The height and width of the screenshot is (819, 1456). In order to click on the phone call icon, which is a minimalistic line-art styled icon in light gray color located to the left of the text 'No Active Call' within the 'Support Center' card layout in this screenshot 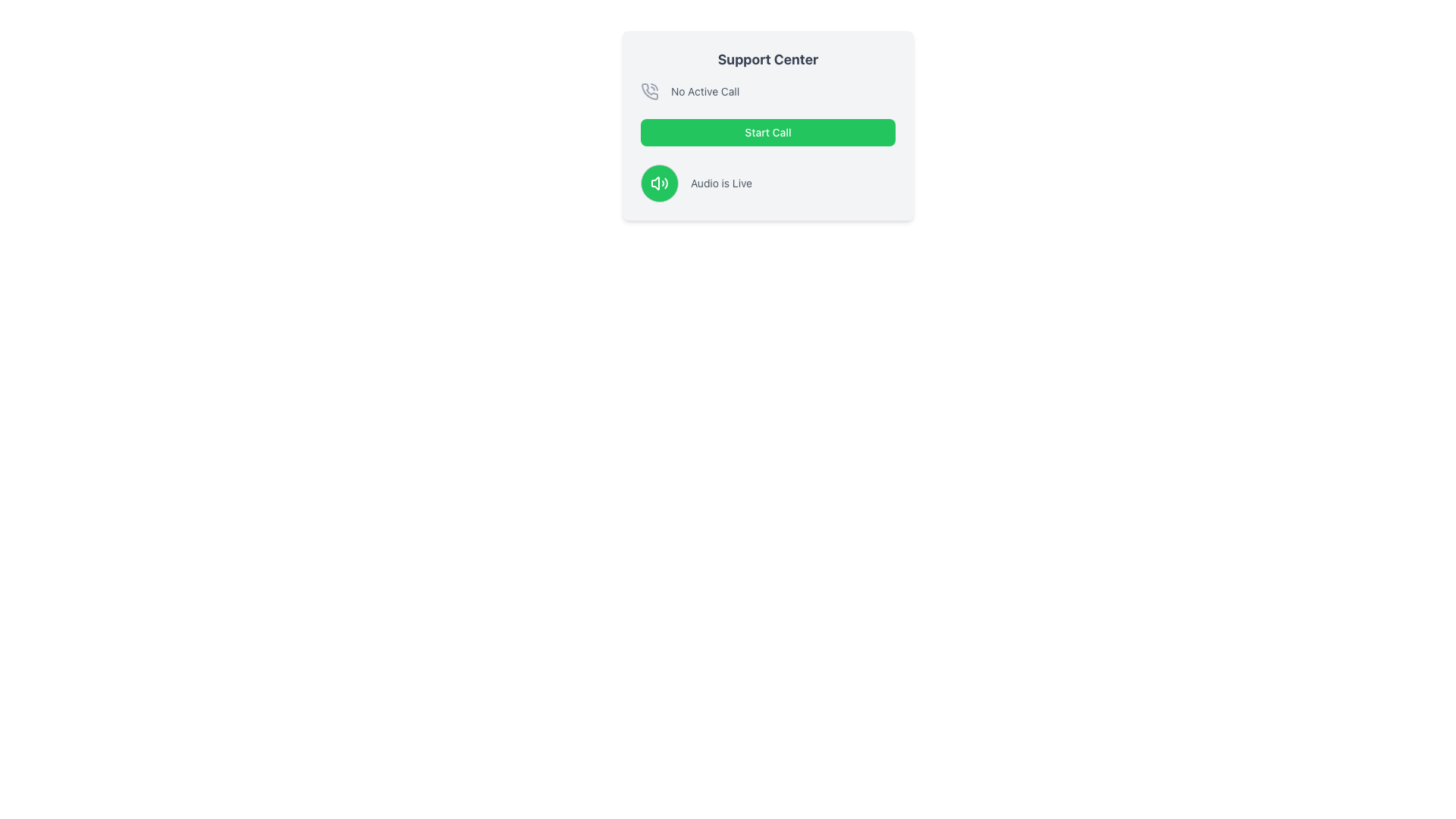, I will do `click(650, 91)`.